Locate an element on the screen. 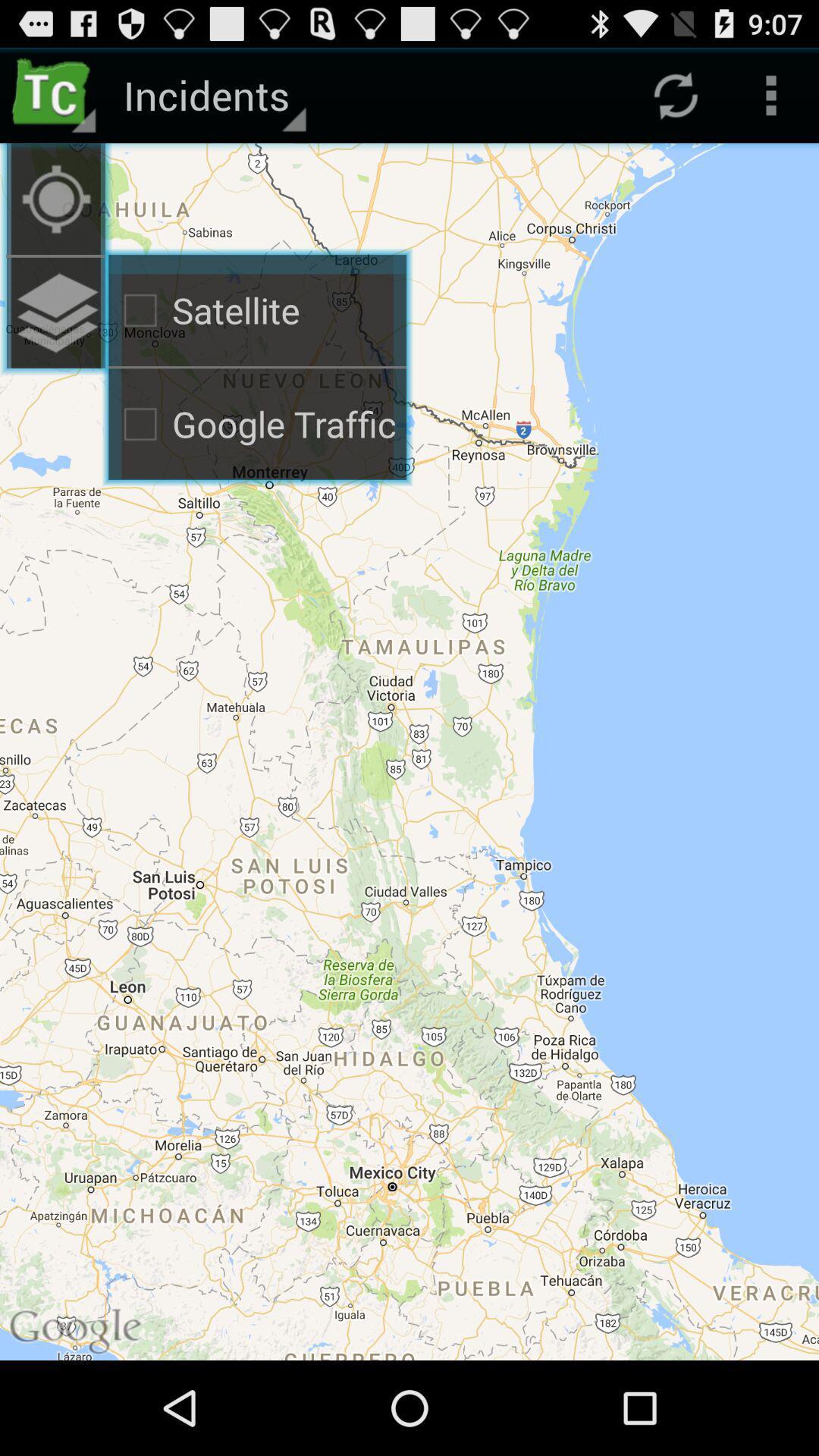 Image resolution: width=819 pixels, height=1456 pixels. icon next to the incidents item is located at coordinates (55, 94).